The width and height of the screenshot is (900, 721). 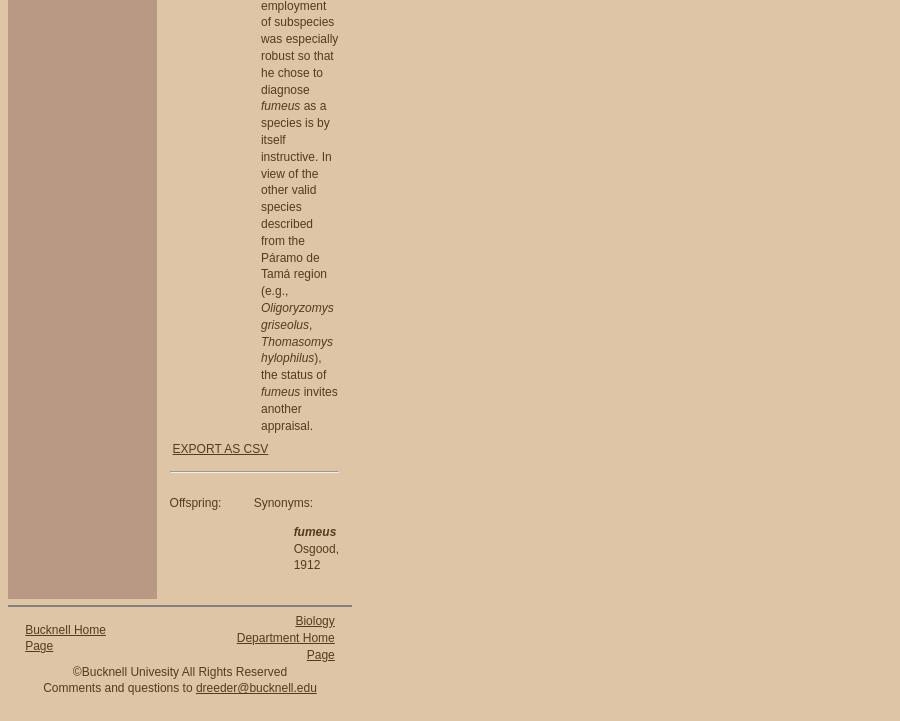 I want to click on 'Biology Department Home Page', so click(x=284, y=637).